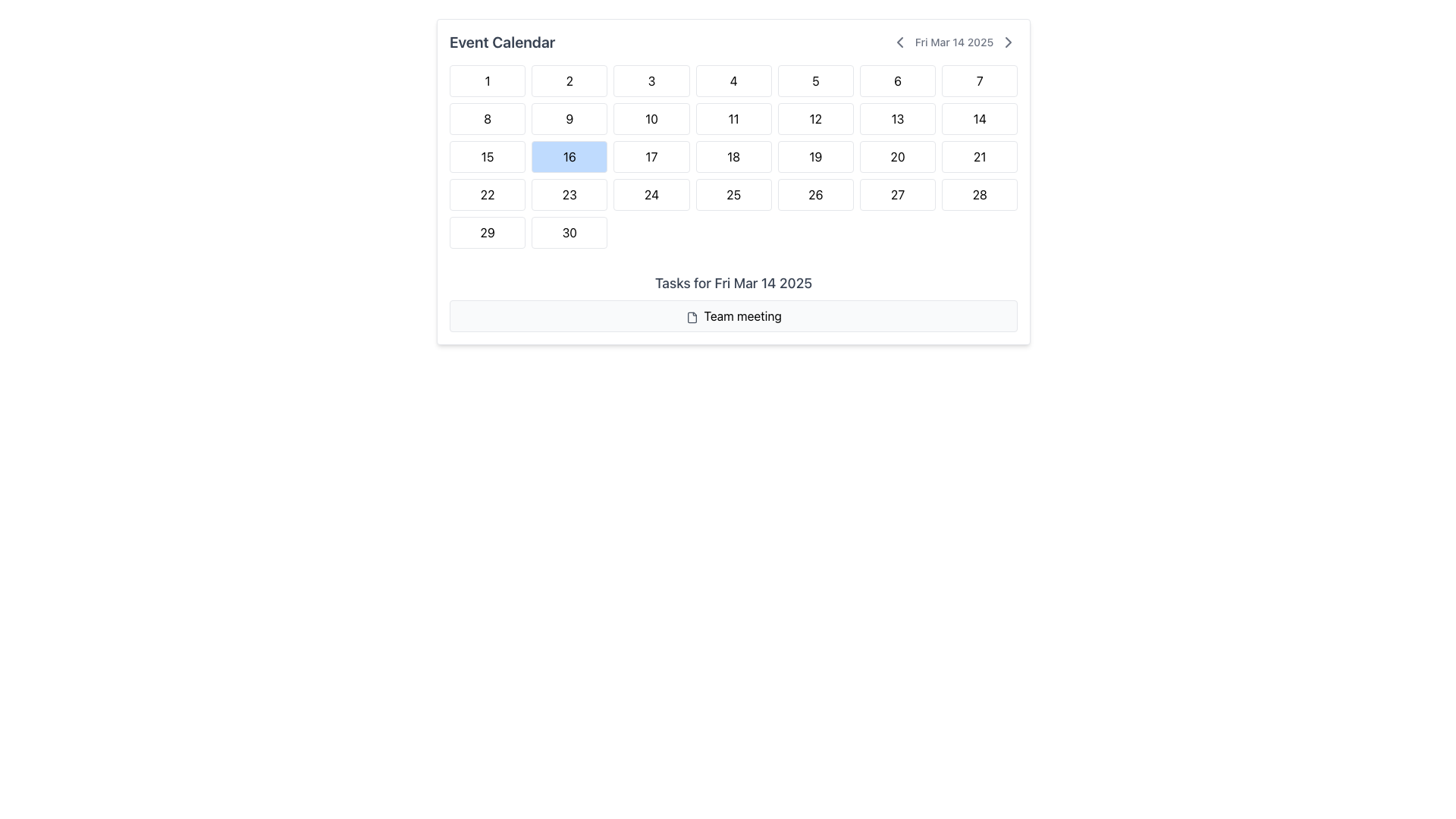 This screenshot has width=1456, height=819. Describe the element at coordinates (898, 194) in the screenshot. I see `the Calendar Date Button representing the date '27'` at that location.